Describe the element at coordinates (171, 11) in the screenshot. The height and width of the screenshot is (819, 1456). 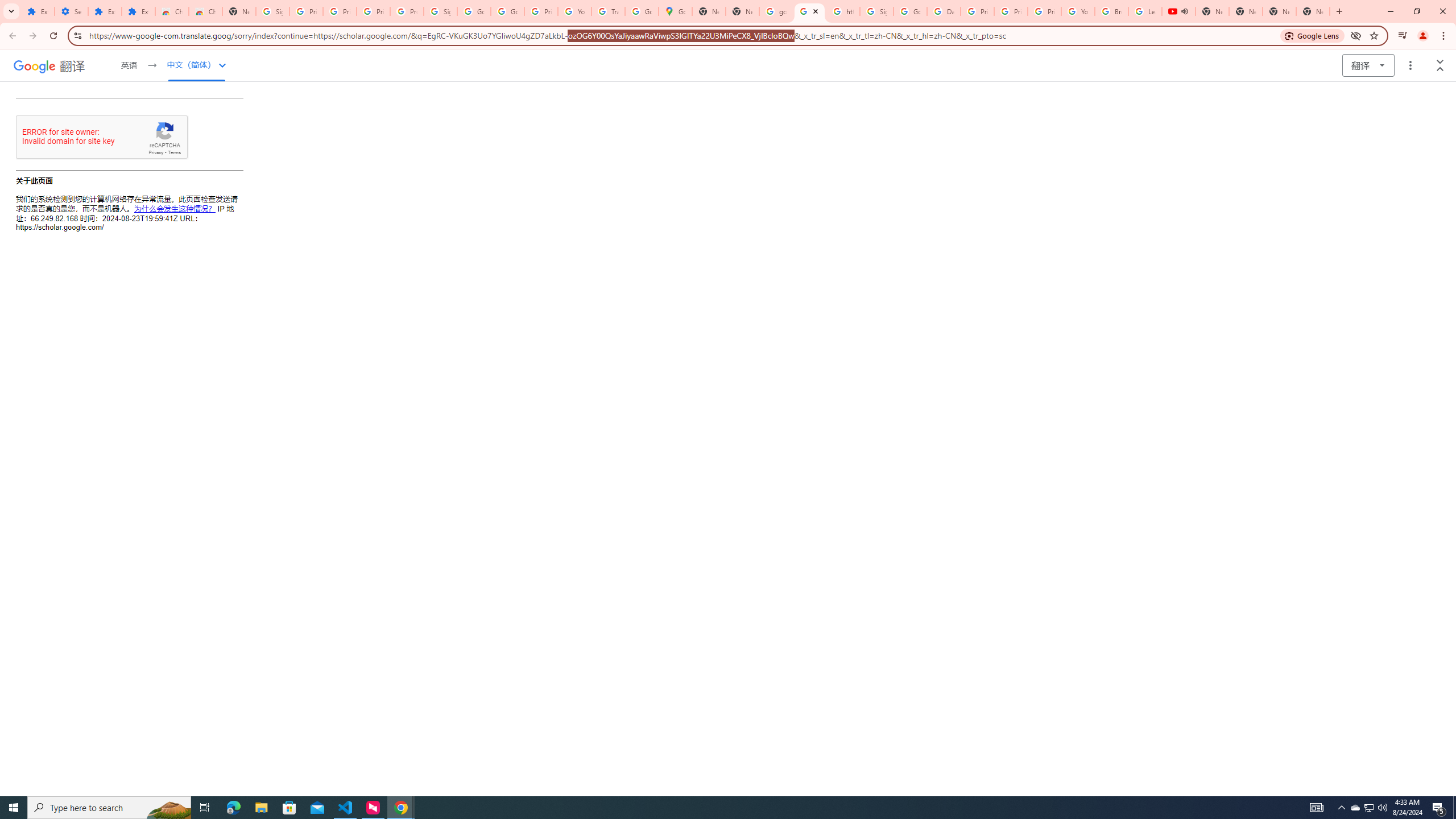
I see `'Chrome Web Store'` at that location.